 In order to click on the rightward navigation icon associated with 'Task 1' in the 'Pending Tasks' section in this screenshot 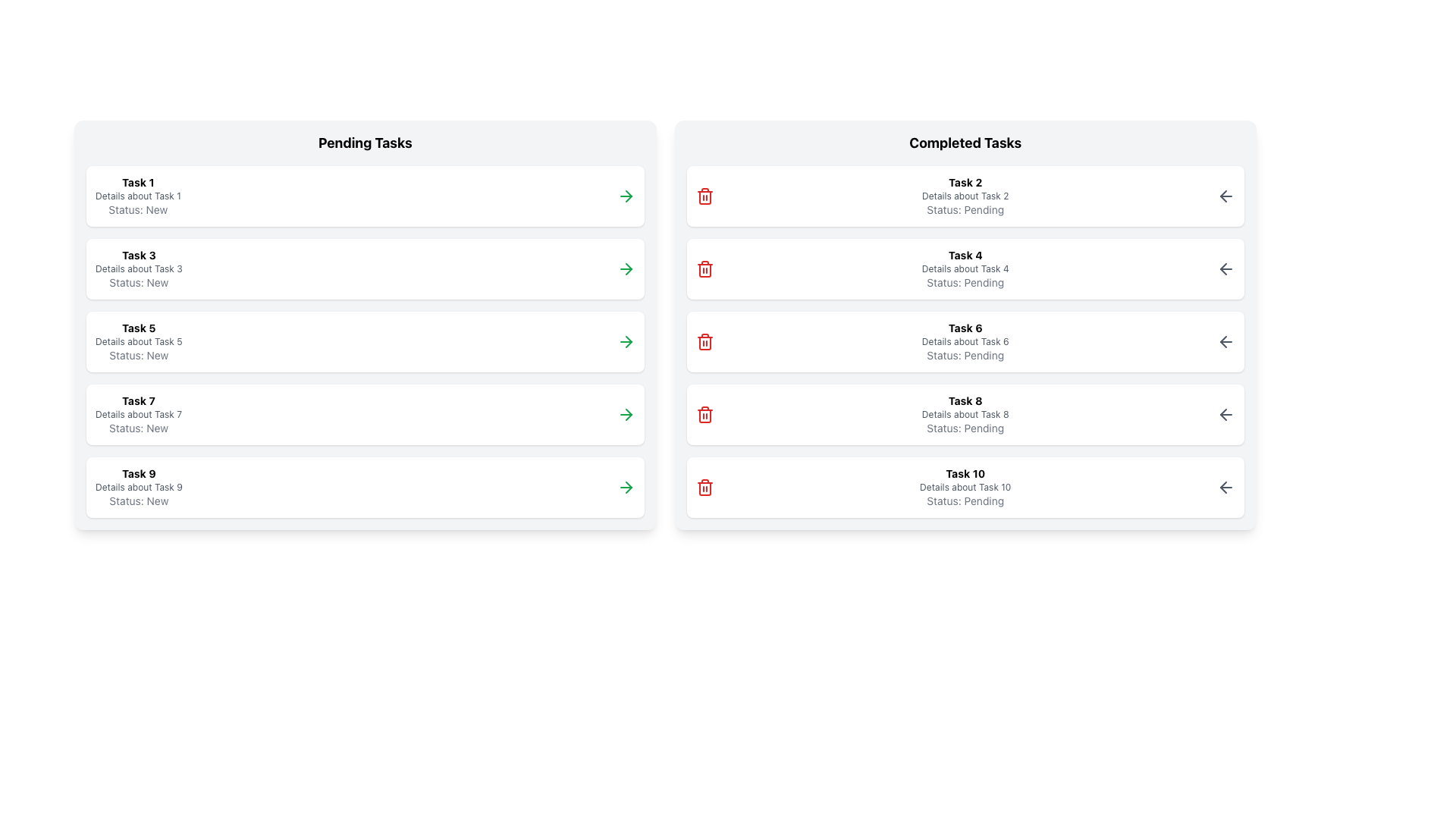, I will do `click(629, 195)`.